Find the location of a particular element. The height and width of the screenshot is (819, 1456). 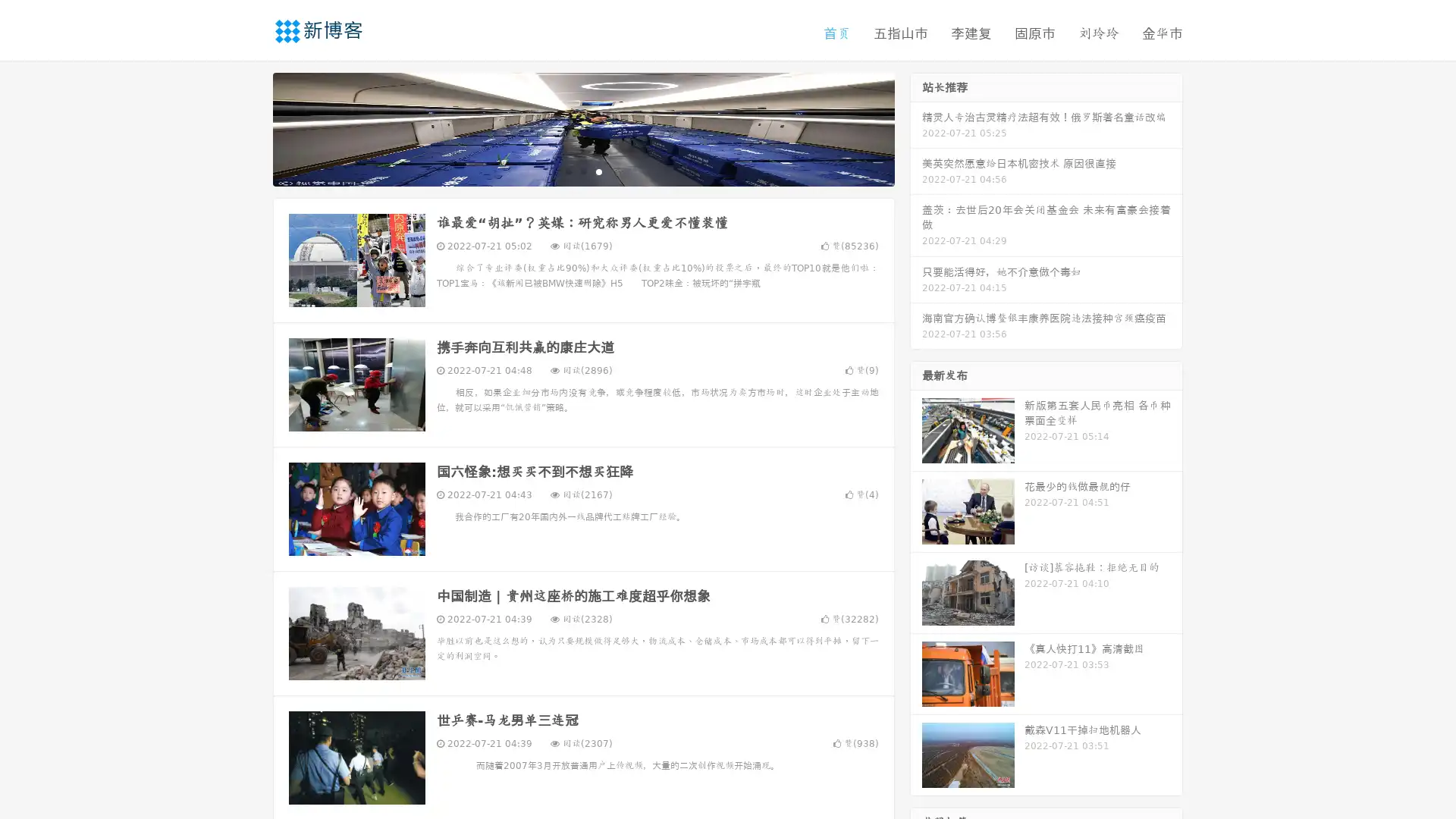

Go to slide 3 is located at coordinates (598, 171).